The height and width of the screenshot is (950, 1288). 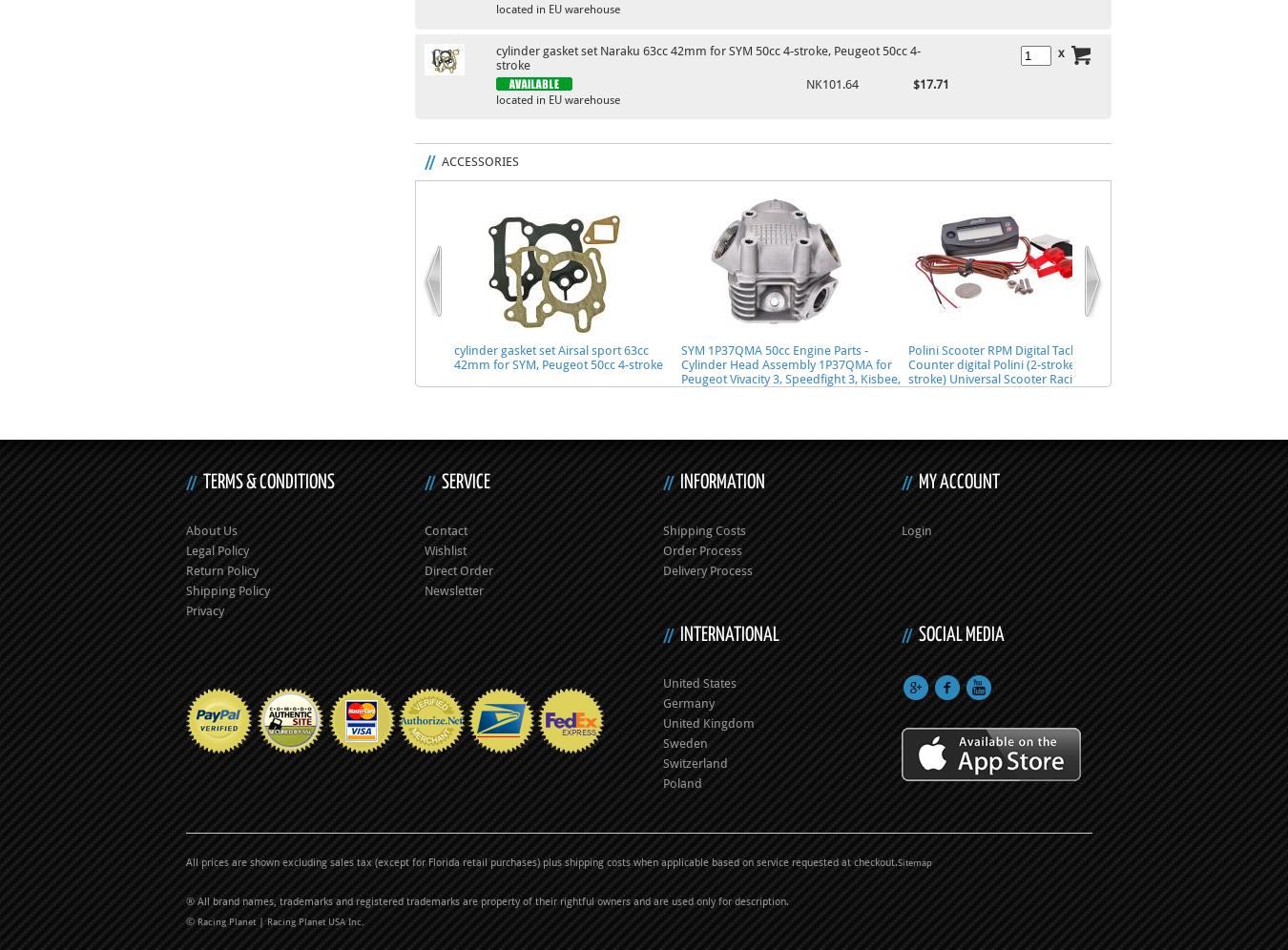 I want to click on 'SERVICE', so click(x=441, y=482).